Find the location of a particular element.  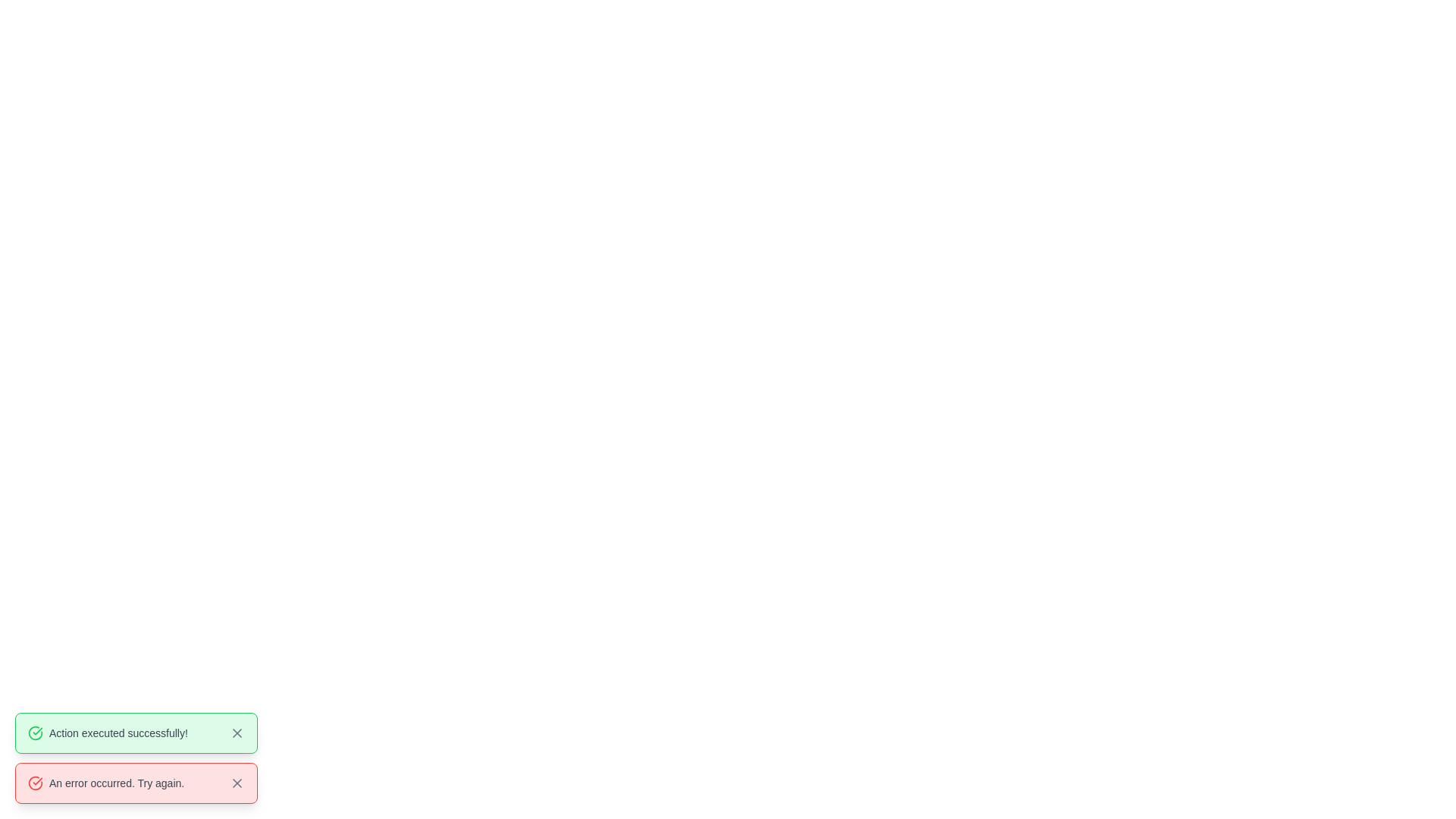

the error notification text block located at the bottom of the interface, which is to the right of a red checkmark icon is located at coordinates (116, 783).